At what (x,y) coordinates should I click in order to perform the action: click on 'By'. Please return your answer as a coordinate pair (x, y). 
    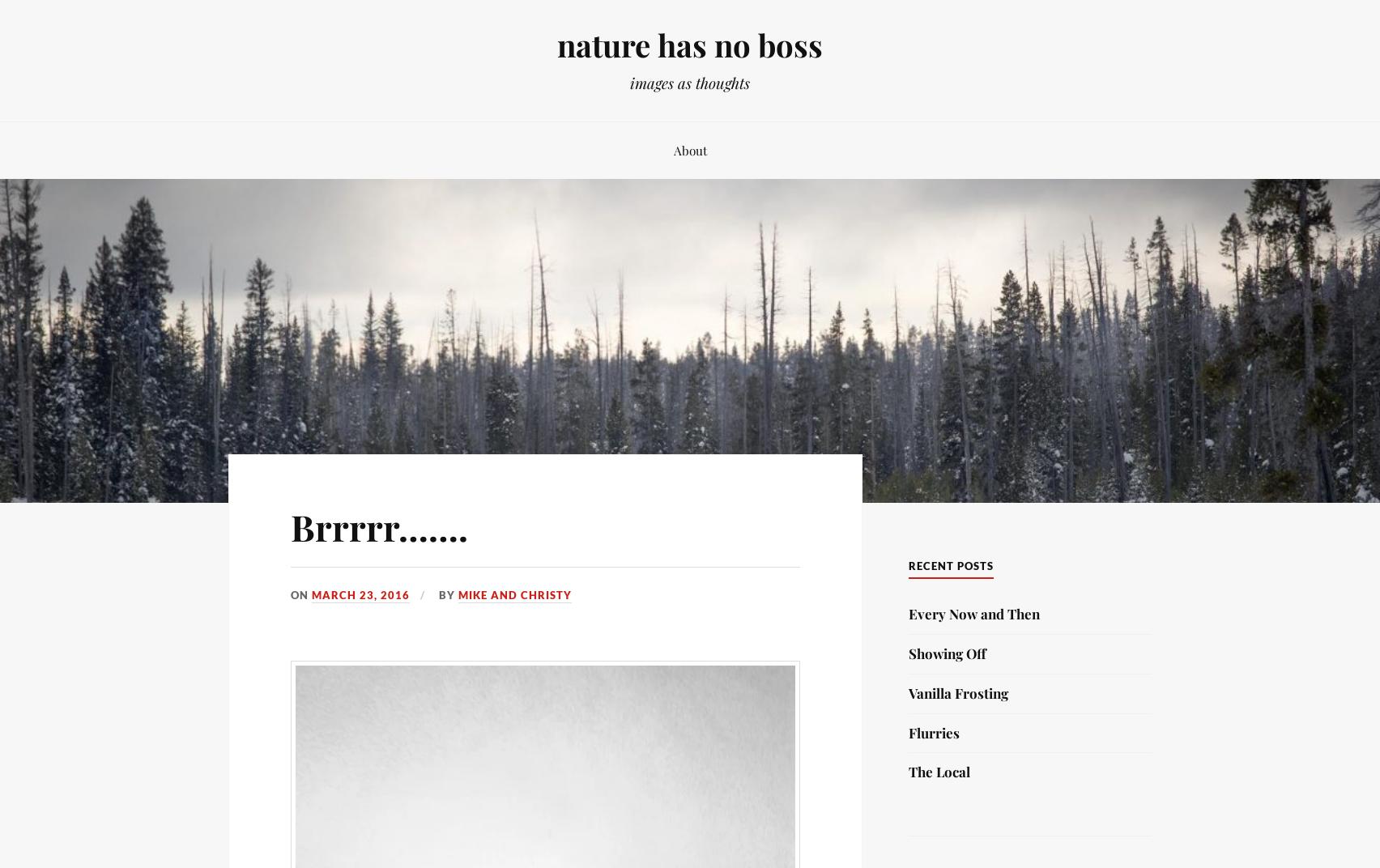
    Looking at the image, I should click on (446, 593).